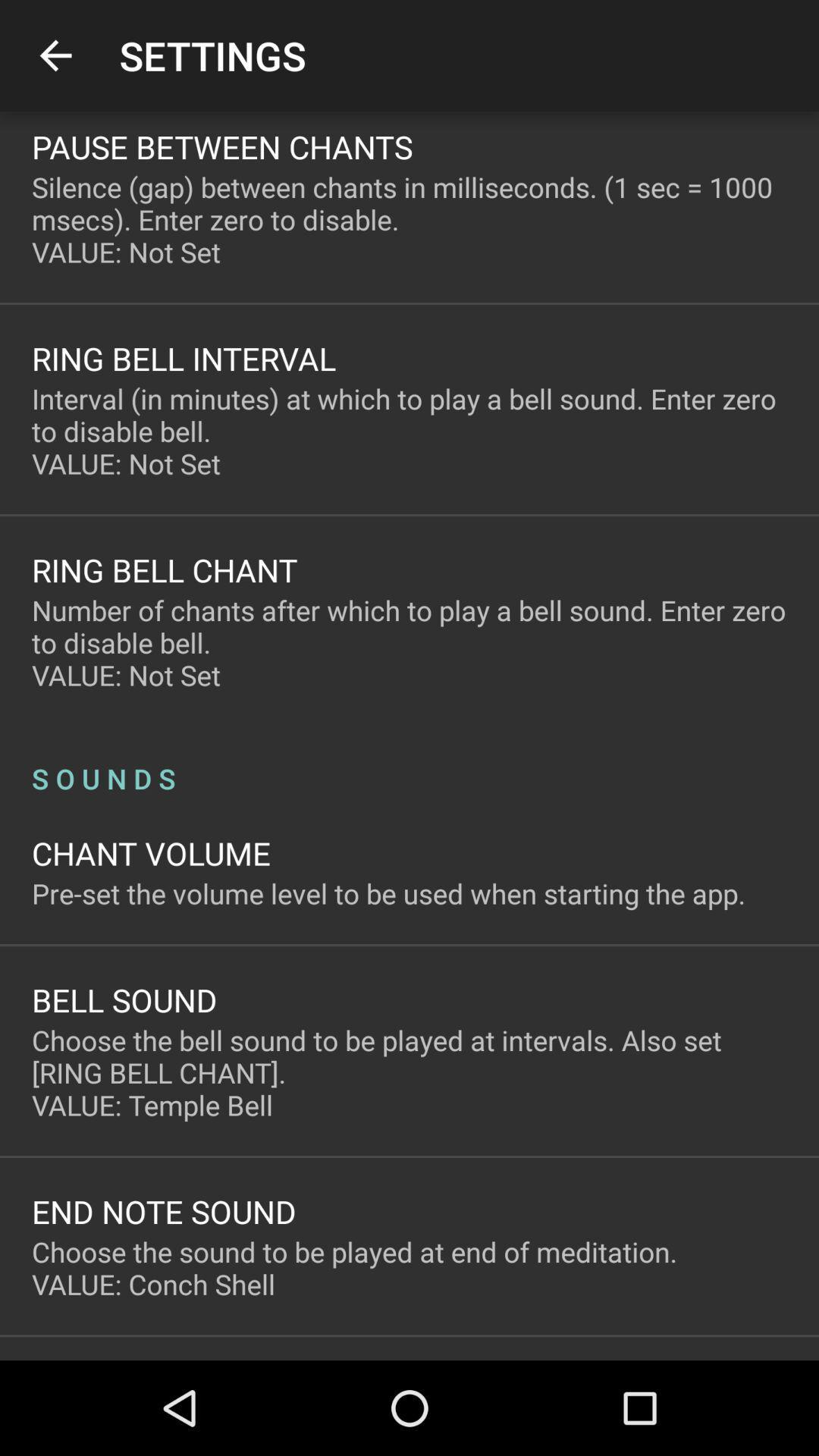 Image resolution: width=819 pixels, height=1456 pixels. Describe the element at coordinates (409, 218) in the screenshot. I see `the silence gap between item` at that location.